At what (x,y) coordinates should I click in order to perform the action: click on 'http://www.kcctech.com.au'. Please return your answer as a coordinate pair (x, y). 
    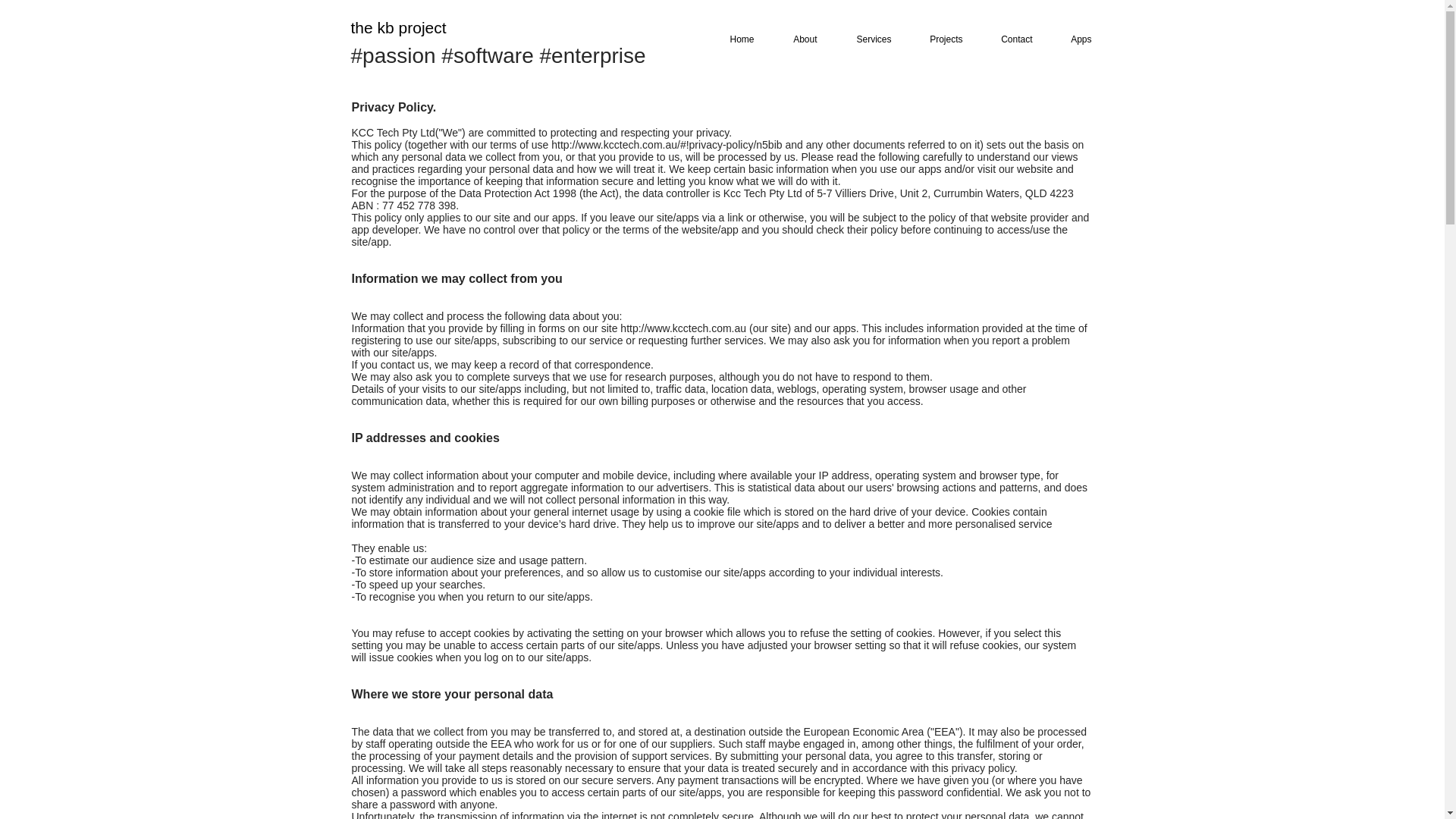
    Looking at the image, I should click on (682, 327).